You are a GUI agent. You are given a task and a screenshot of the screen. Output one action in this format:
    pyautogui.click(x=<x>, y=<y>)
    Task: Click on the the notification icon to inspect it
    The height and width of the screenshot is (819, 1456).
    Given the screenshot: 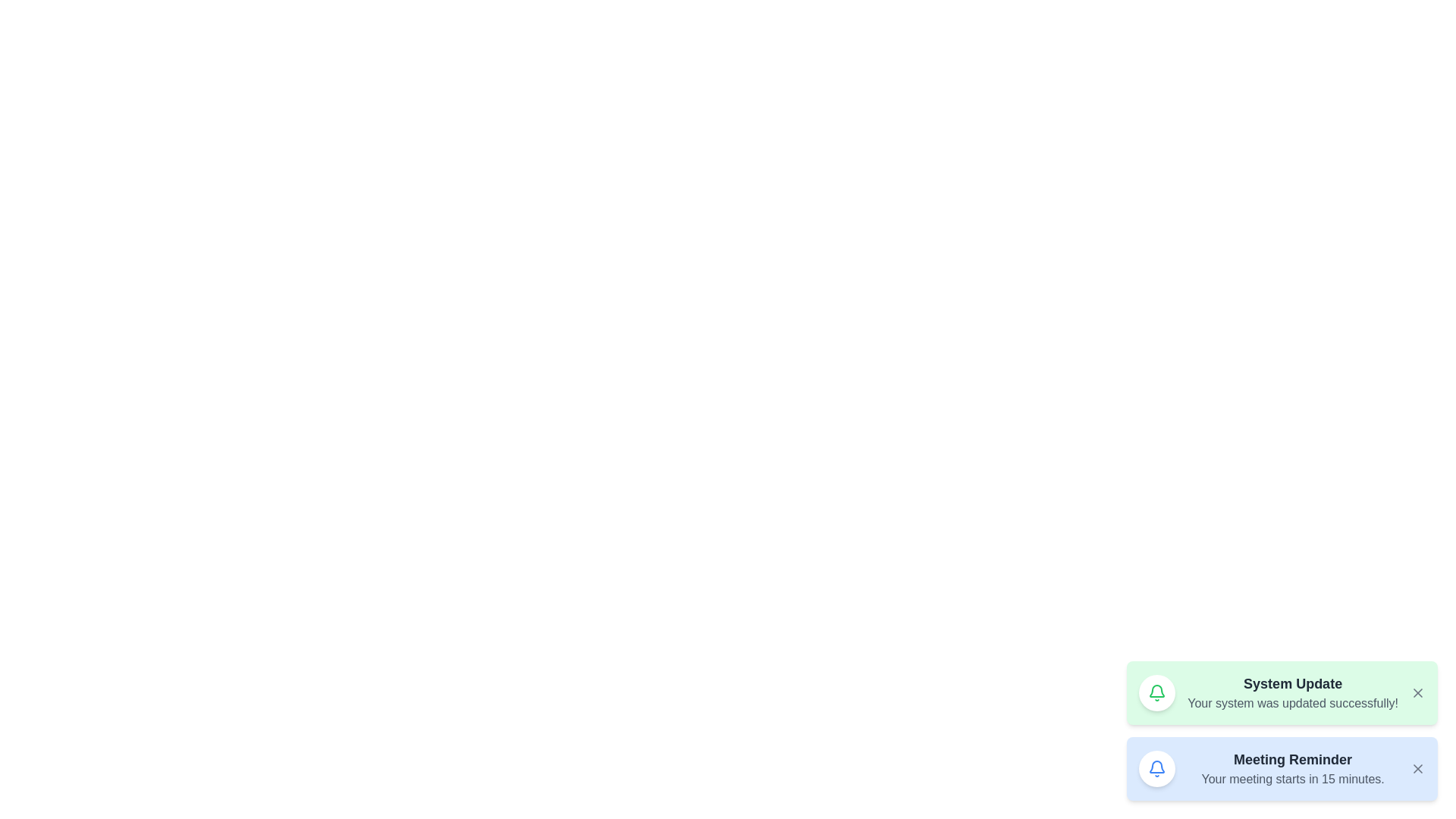 What is the action you would take?
    pyautogui.click(x=1156, y=693)
    